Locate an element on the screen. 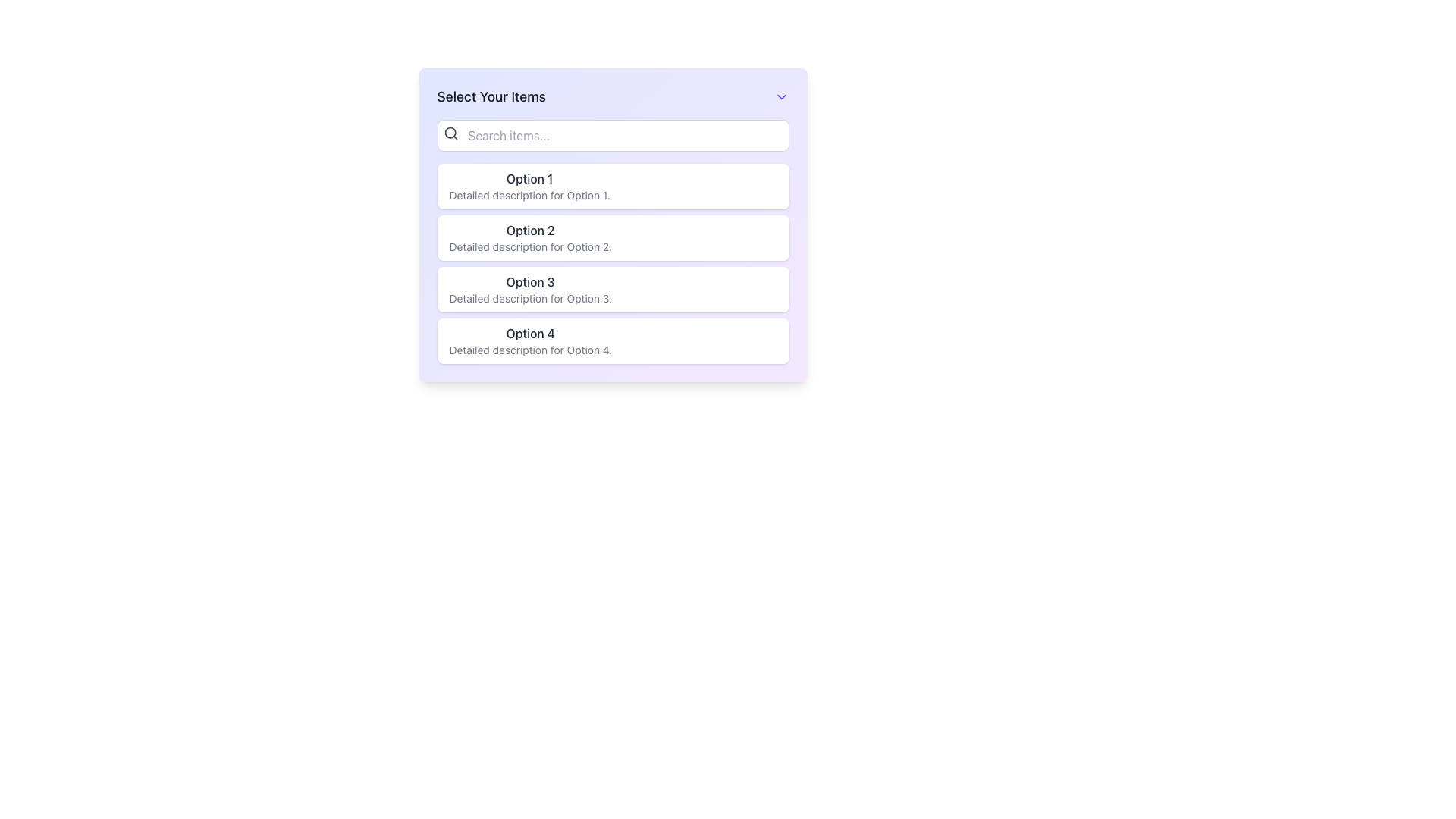  the static text label that provides additional context for the options, located below the 'Option 1.' text in the first option block is located at coordinates (529, 195).